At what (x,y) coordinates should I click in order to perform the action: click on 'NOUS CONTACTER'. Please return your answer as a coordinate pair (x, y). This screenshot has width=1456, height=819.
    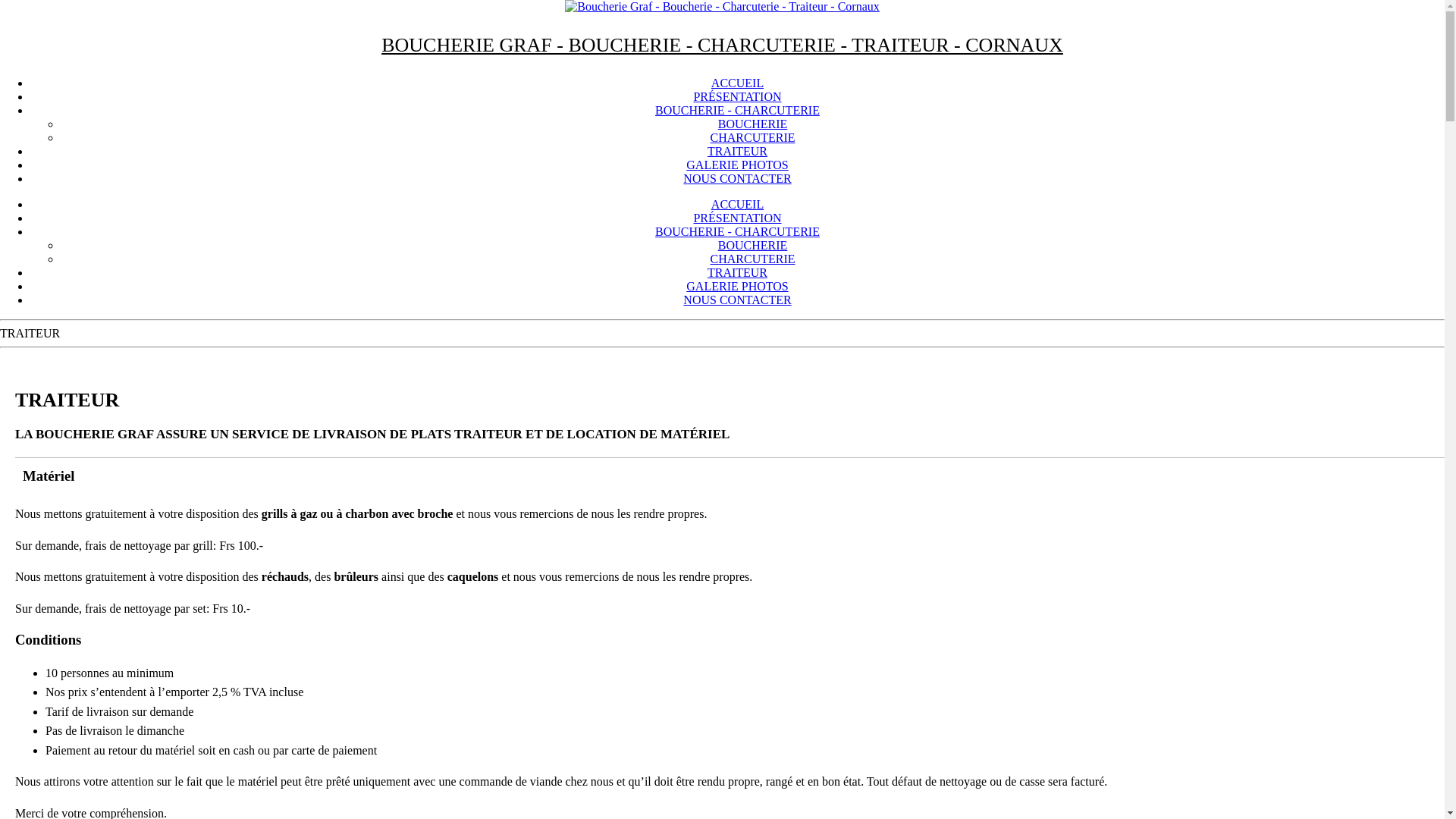
    Looking at the image, I should click on (736, 177).